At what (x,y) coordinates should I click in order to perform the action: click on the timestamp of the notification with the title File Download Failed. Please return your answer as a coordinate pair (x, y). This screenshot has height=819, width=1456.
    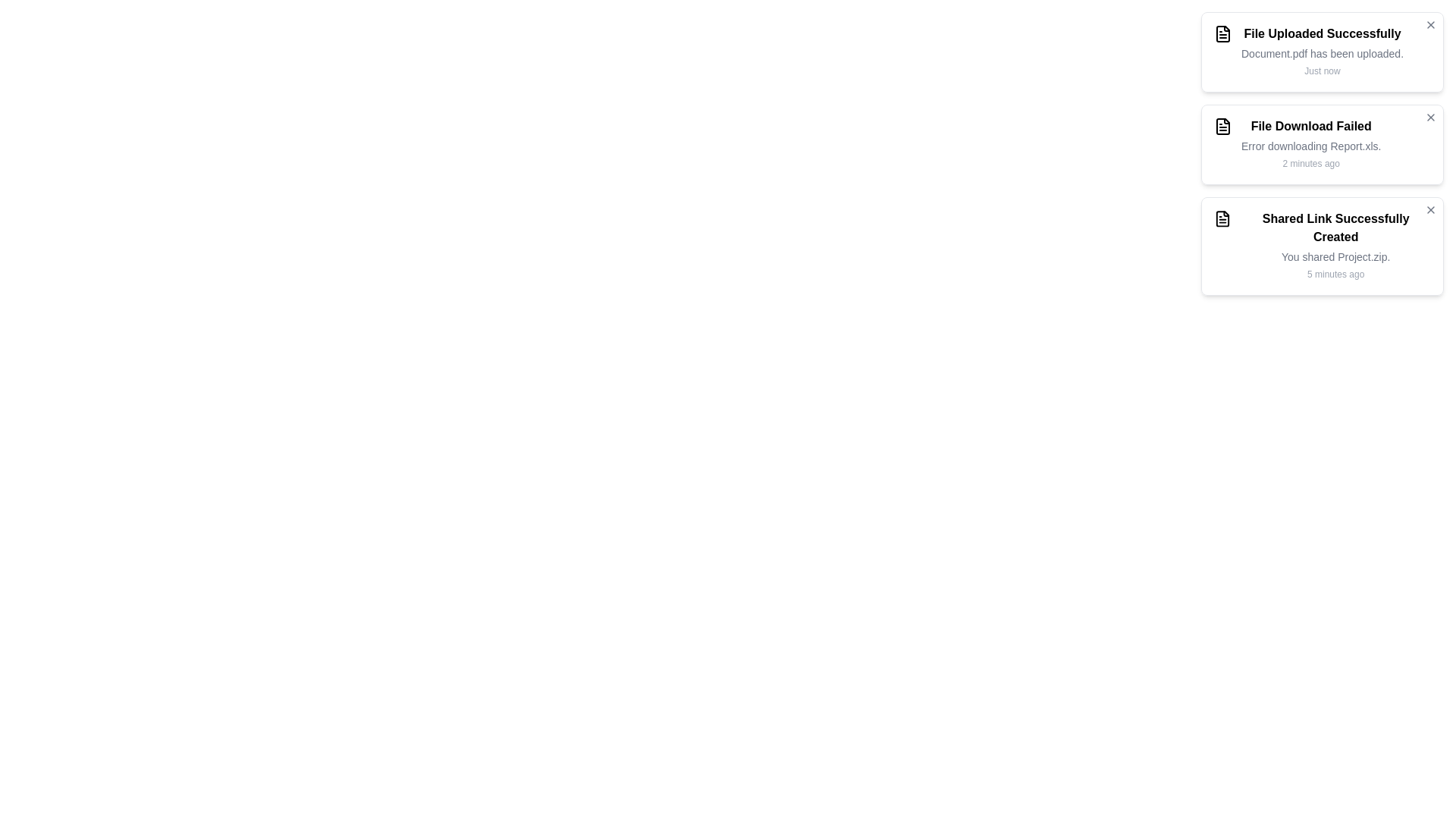
    Looking at the image, I should click on (1310, 164).